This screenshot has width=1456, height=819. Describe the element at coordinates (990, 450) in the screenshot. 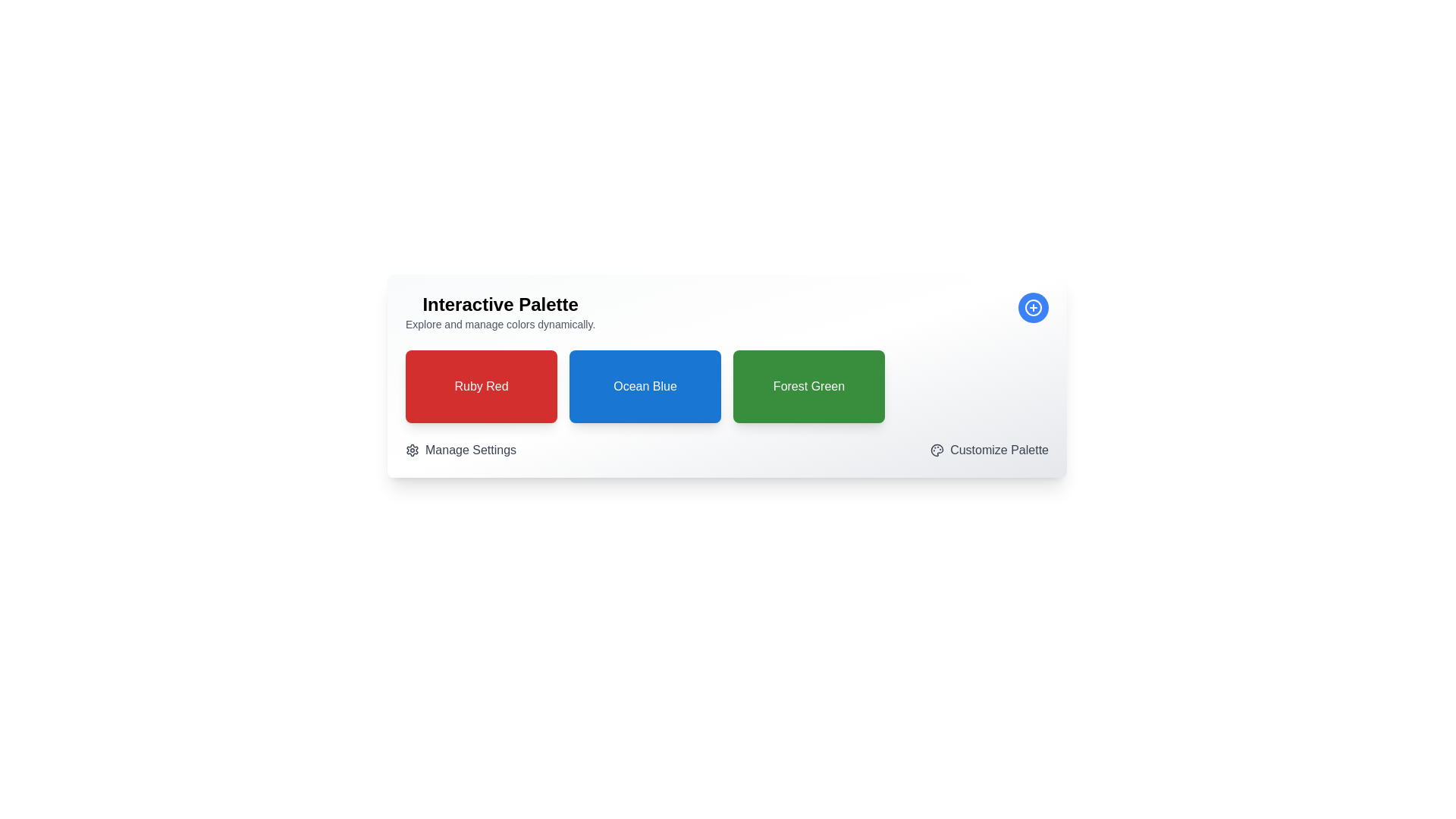

I see `the 'Customize Palette' button, which is a horizontally-aligned clickable text component with an icon of a palette` at that location.